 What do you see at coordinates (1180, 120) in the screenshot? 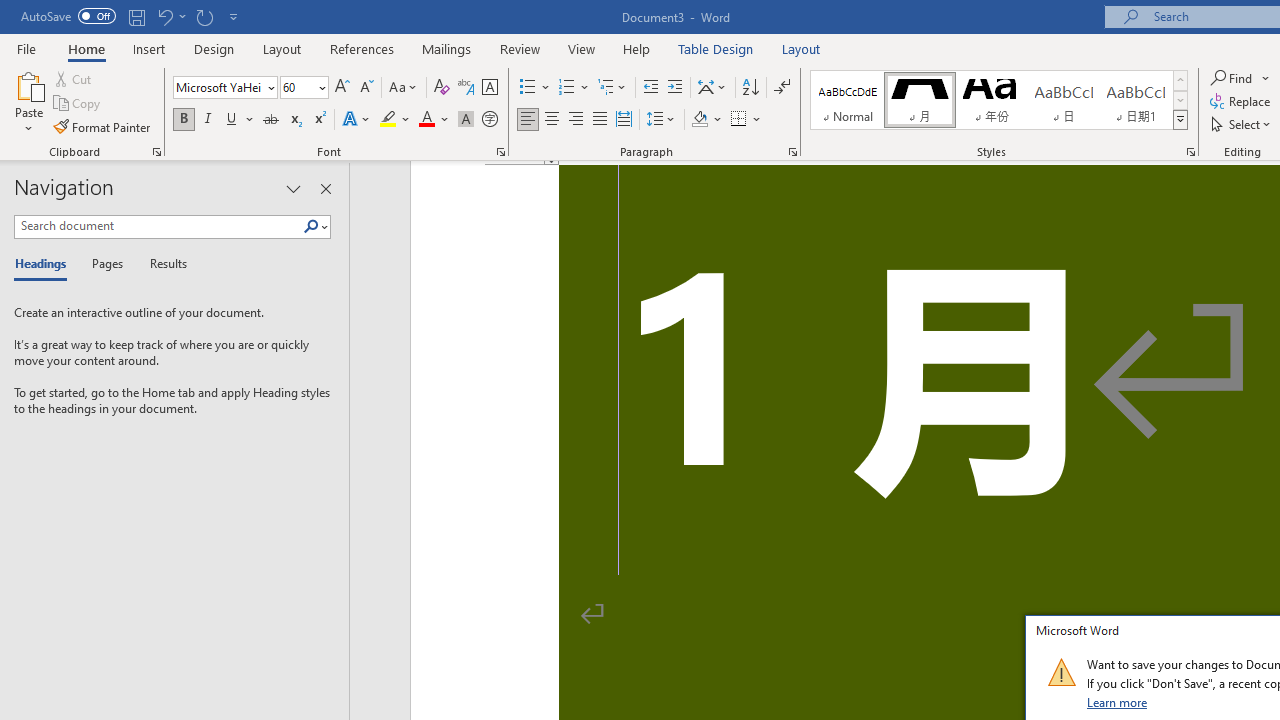
I see `'Styles'` at bounding box center [1180, 120].